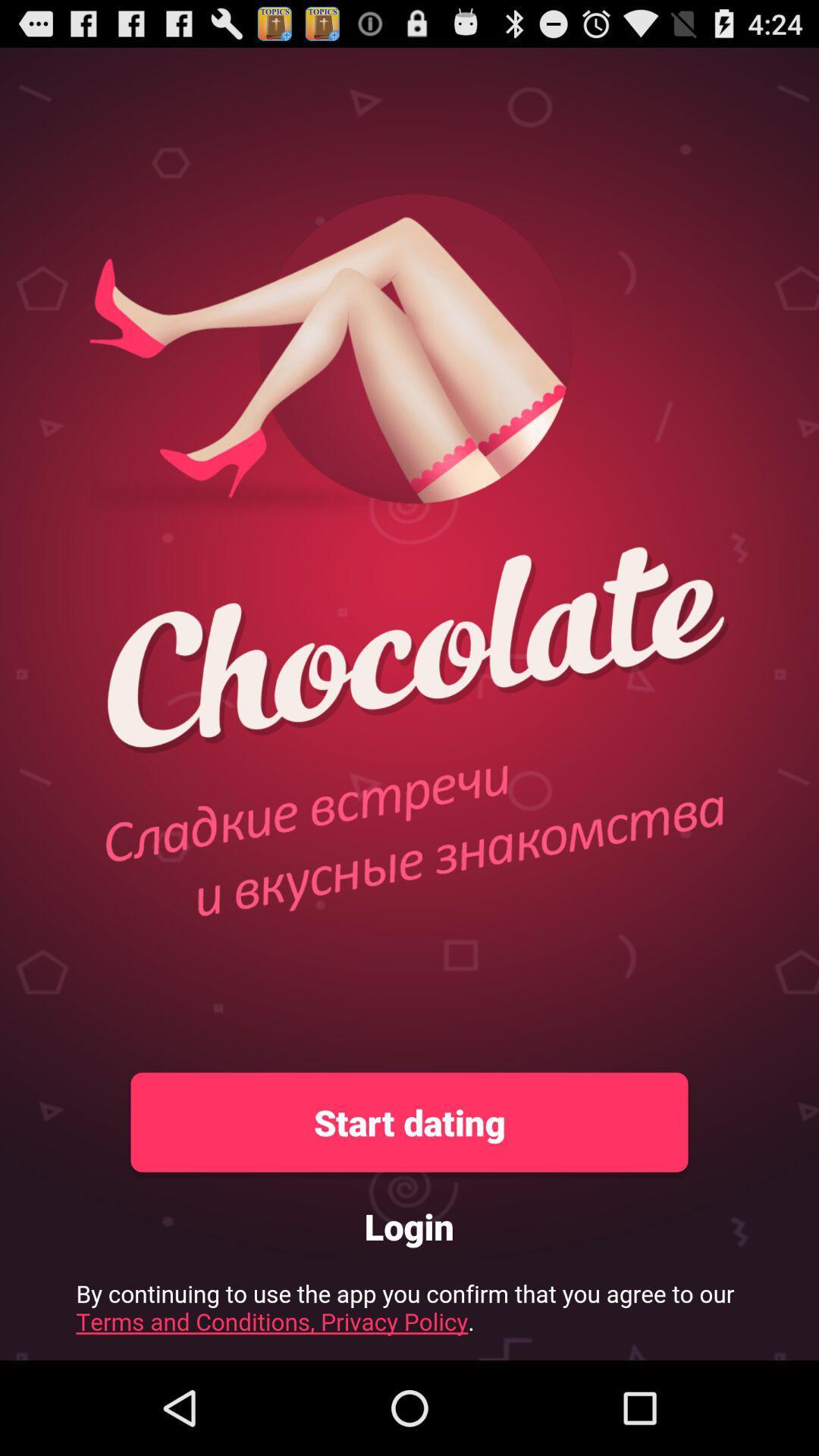  What do you see at coordinates (409, 1312) in the screenshot?
I see `adventisment page` at bounding box center [409, 1312].